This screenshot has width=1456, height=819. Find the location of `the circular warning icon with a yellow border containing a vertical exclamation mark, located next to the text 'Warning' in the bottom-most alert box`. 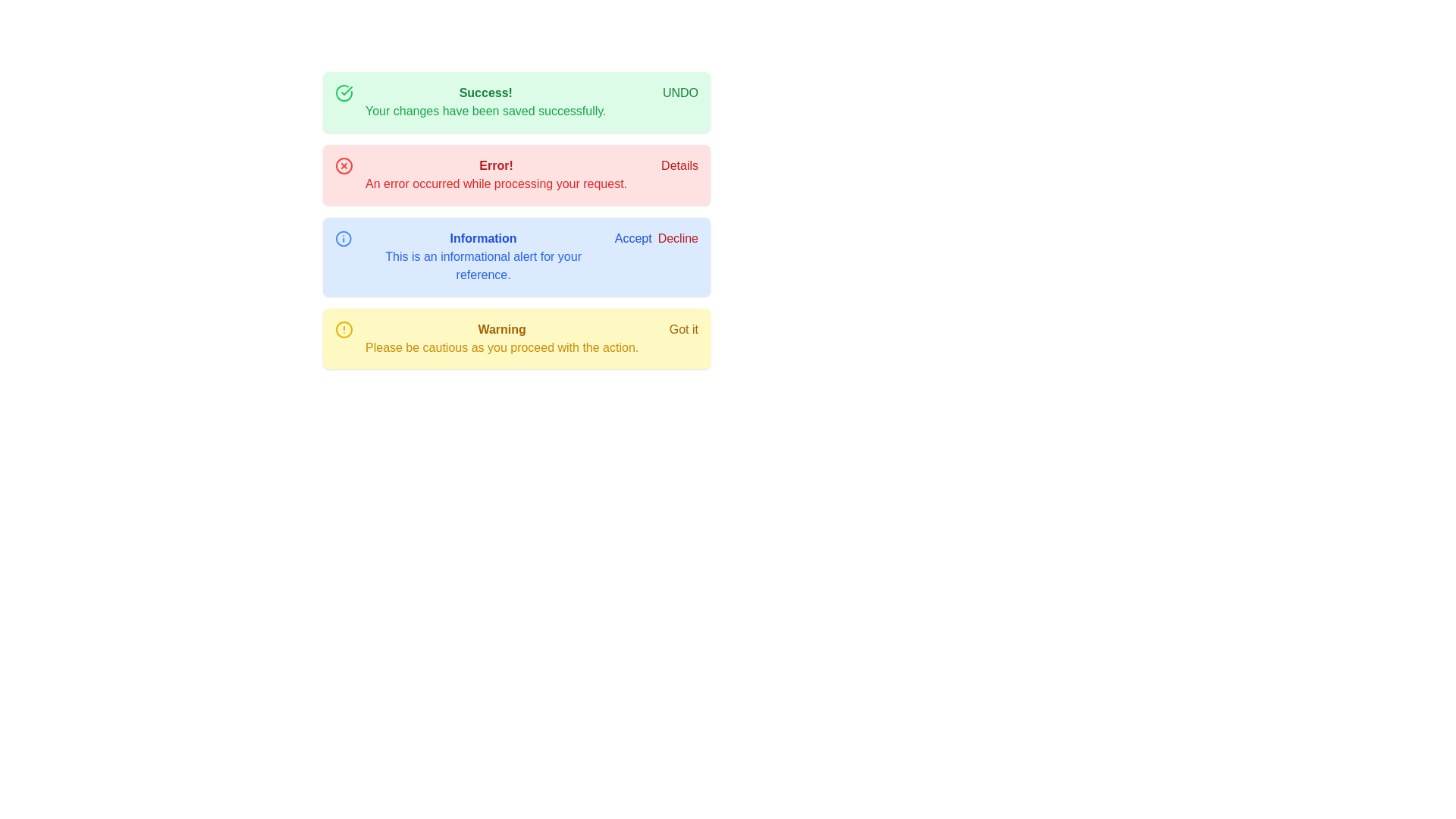

the circular warning icon with a yellow border containing a vertical exclamation mark, located next to the text 'Warning' in the bottom-most alert box is located at coordinates (344, 329).